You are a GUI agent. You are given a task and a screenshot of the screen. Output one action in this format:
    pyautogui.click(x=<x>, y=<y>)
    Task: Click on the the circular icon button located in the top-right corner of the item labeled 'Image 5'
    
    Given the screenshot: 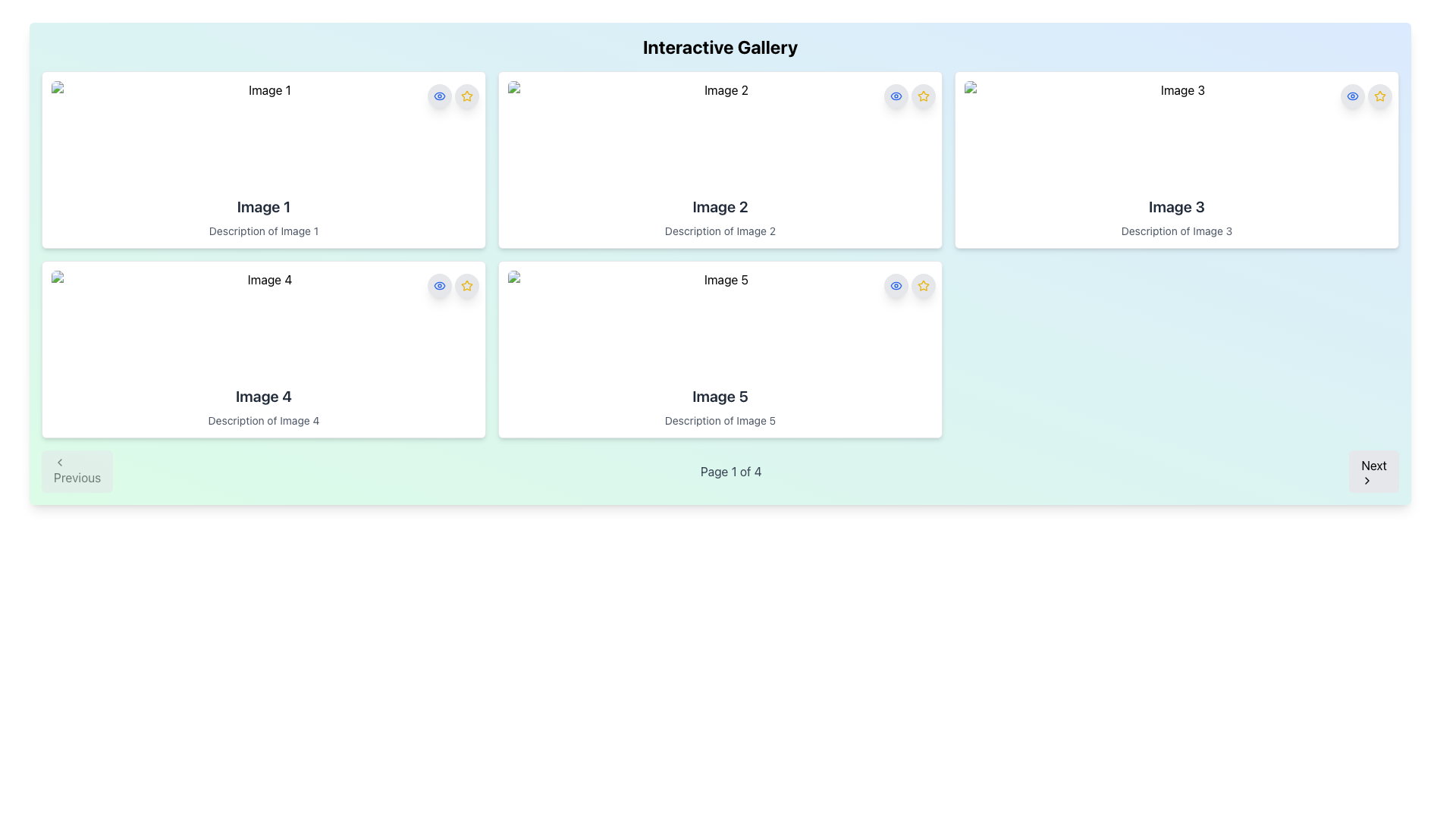 What is the action you would take?
    pyautogui.click(x=923, y=96)
    